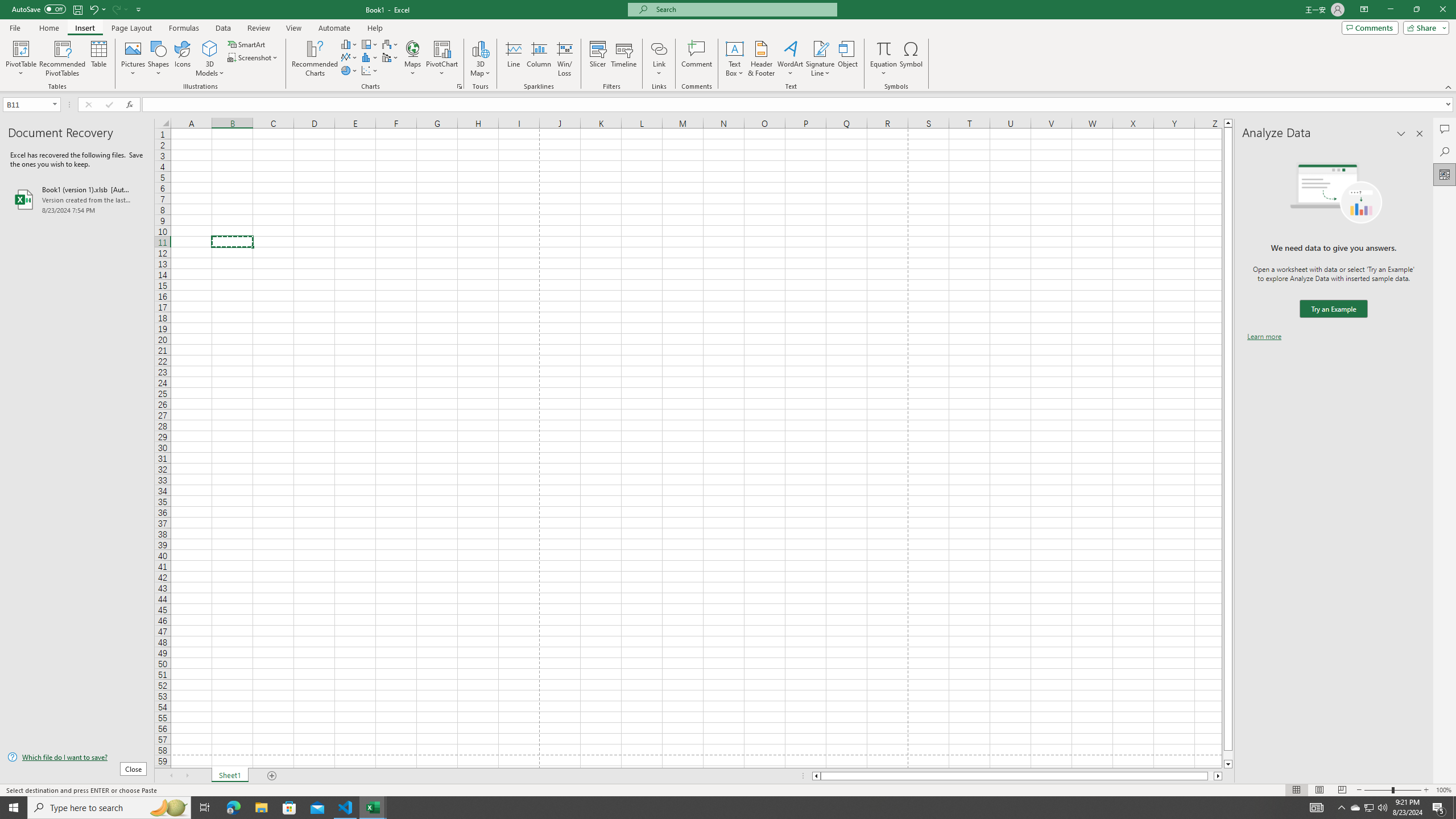 This screenshot has width=1456, height=819. I want to click on 'Insert Statistic Chart', so click(369, 56).